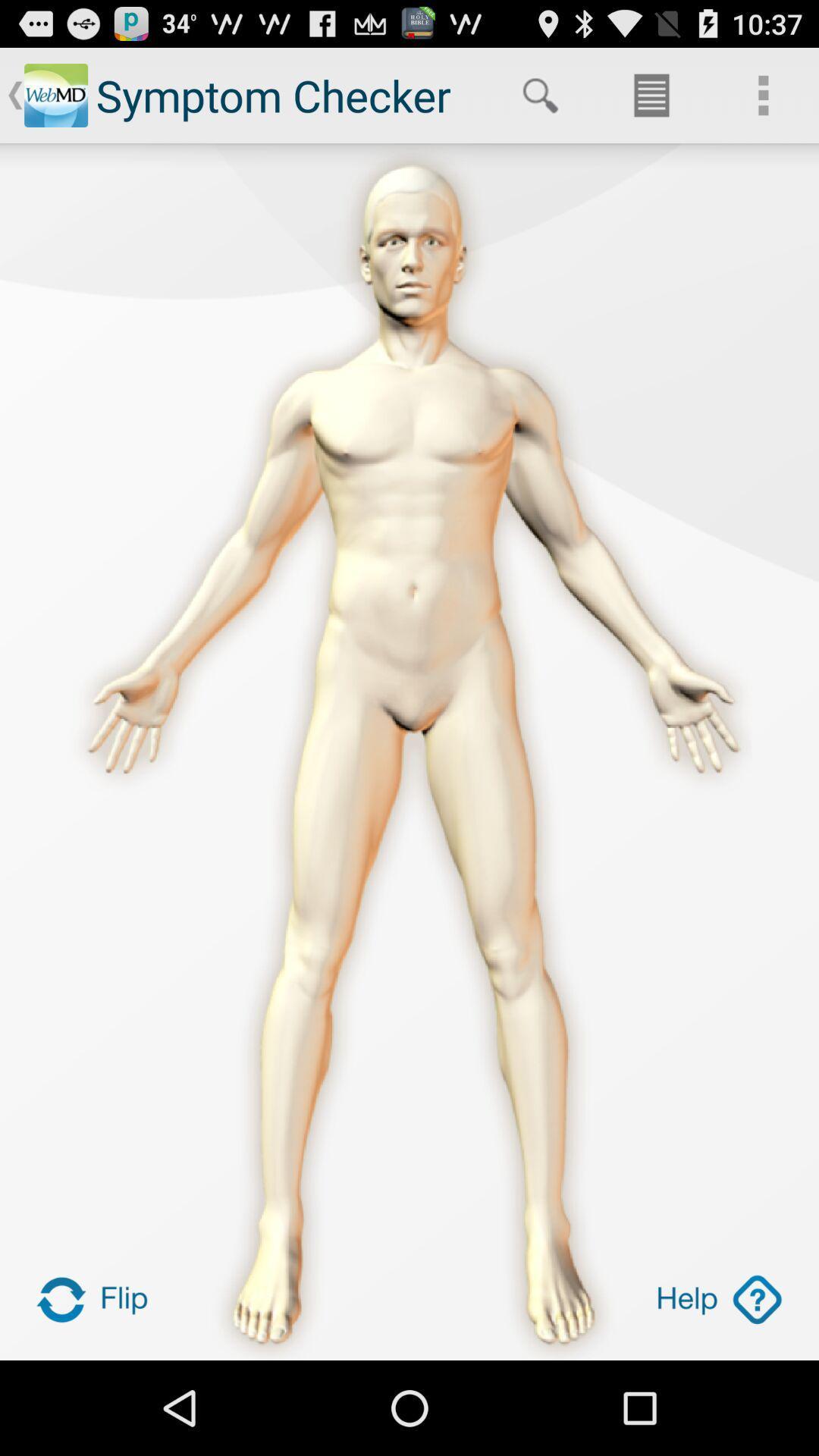  I want to click on open help page, so click(718, 1298).